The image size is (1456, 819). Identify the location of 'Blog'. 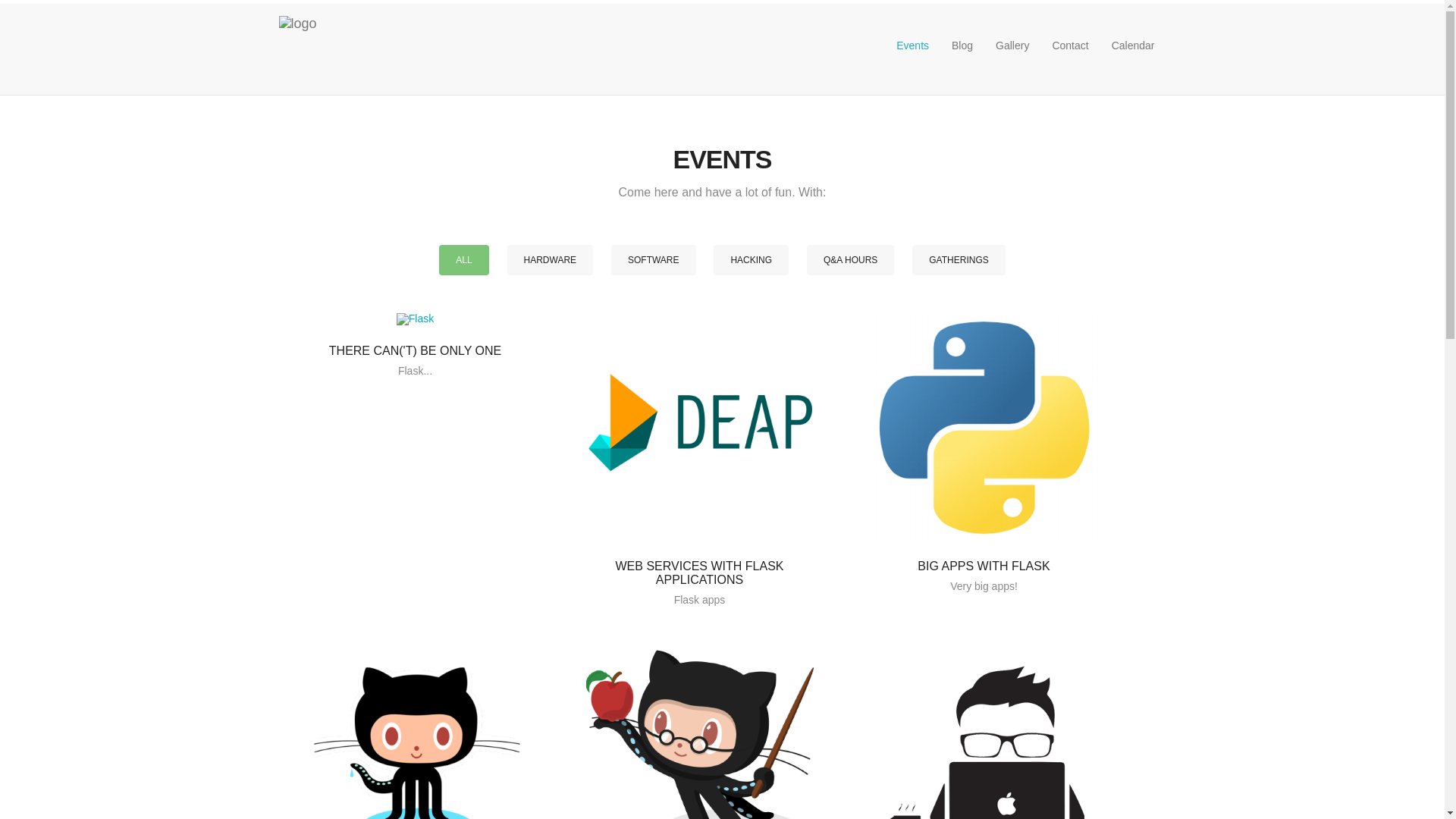
(961, 45).